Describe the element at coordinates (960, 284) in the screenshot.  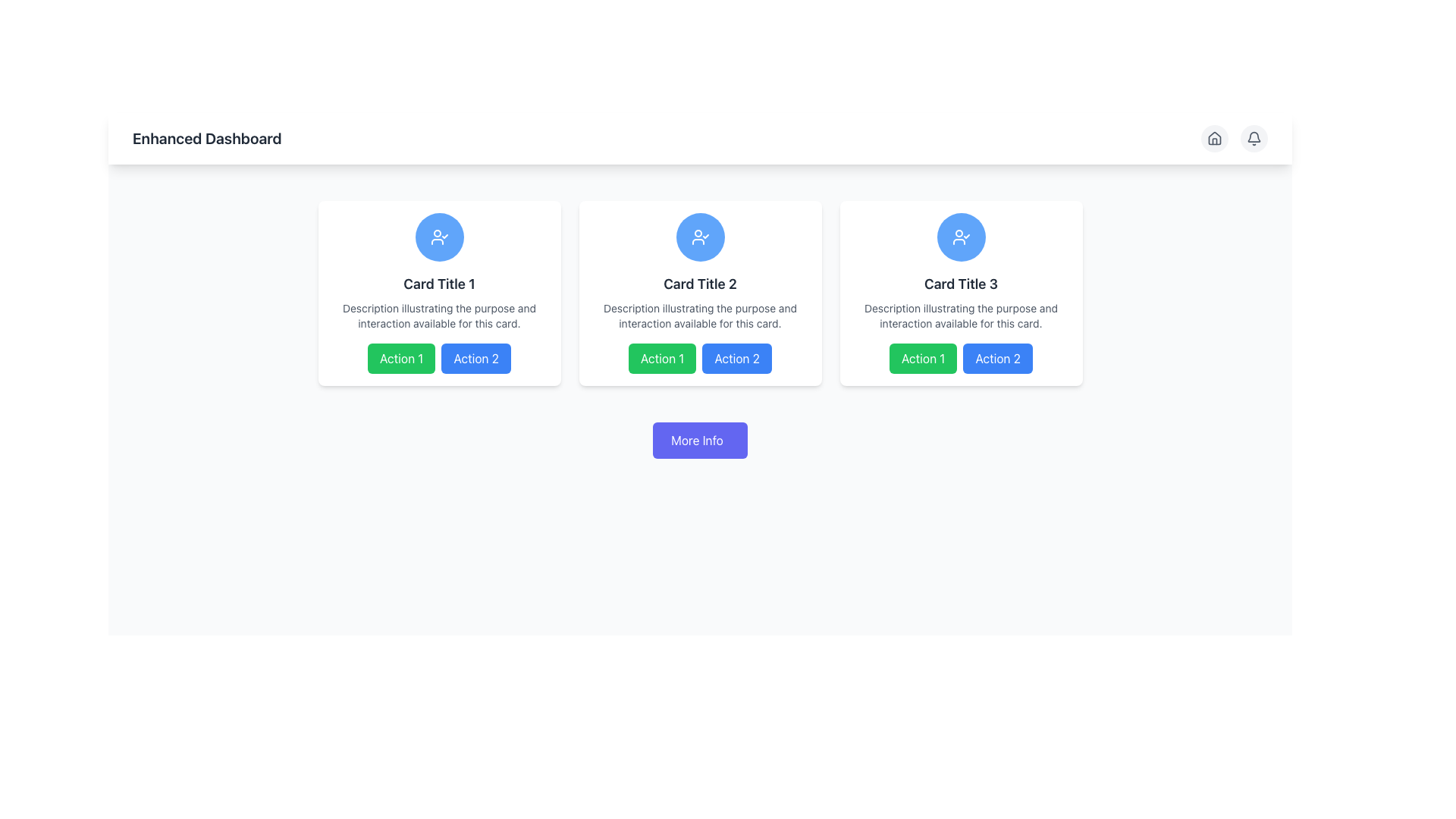
I see `title text of the third Text Label element located in the 'Card Title 3' card component, positioned below the circular icon` at that location.